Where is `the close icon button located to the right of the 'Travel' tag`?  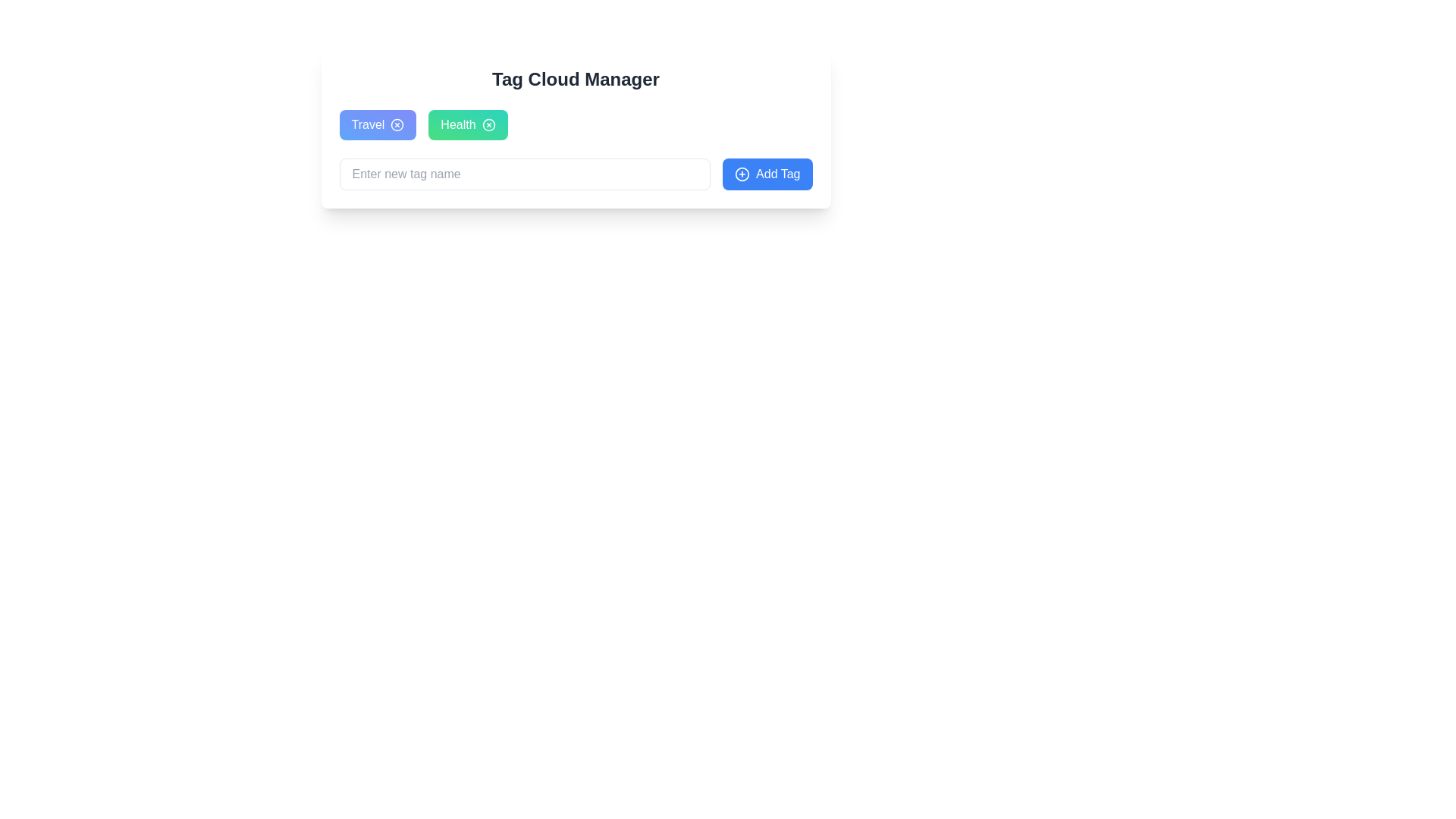
the close icon button located to the right of the 'Travel' tag is located at coordinates (397, 124).